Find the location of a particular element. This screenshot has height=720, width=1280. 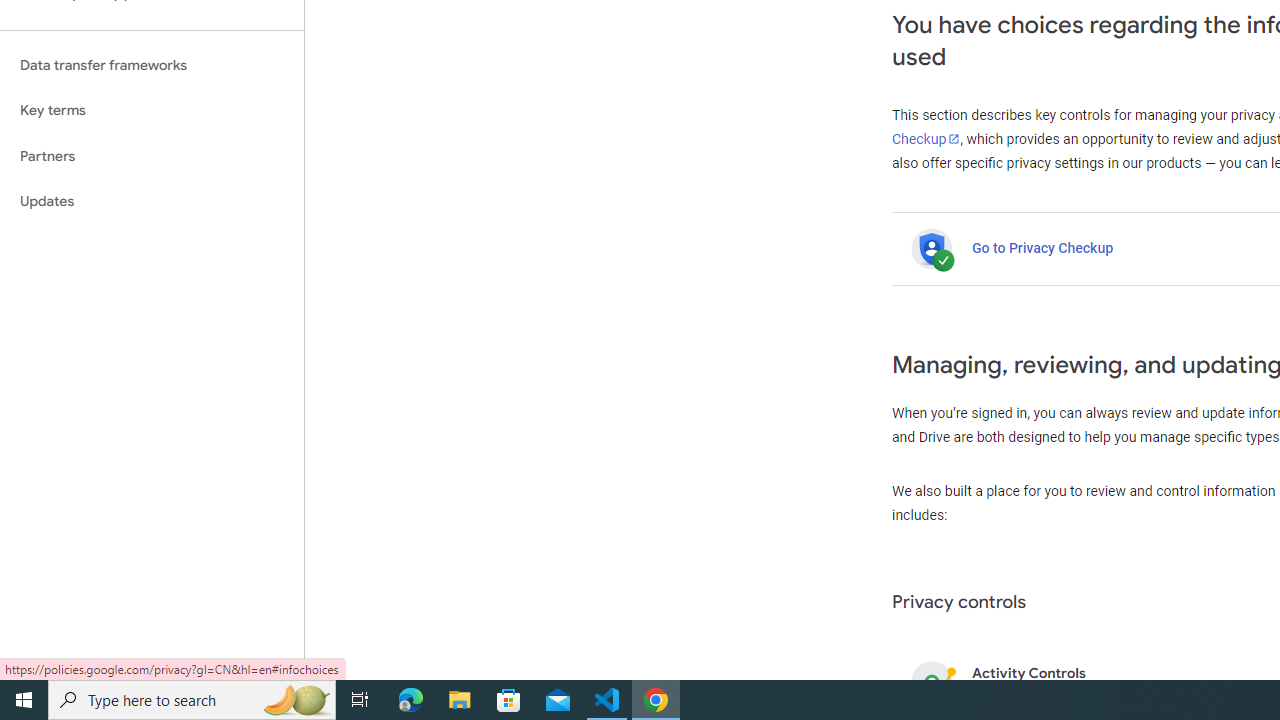

'Data transfer frameworks' is located at coordinates (151, 64).